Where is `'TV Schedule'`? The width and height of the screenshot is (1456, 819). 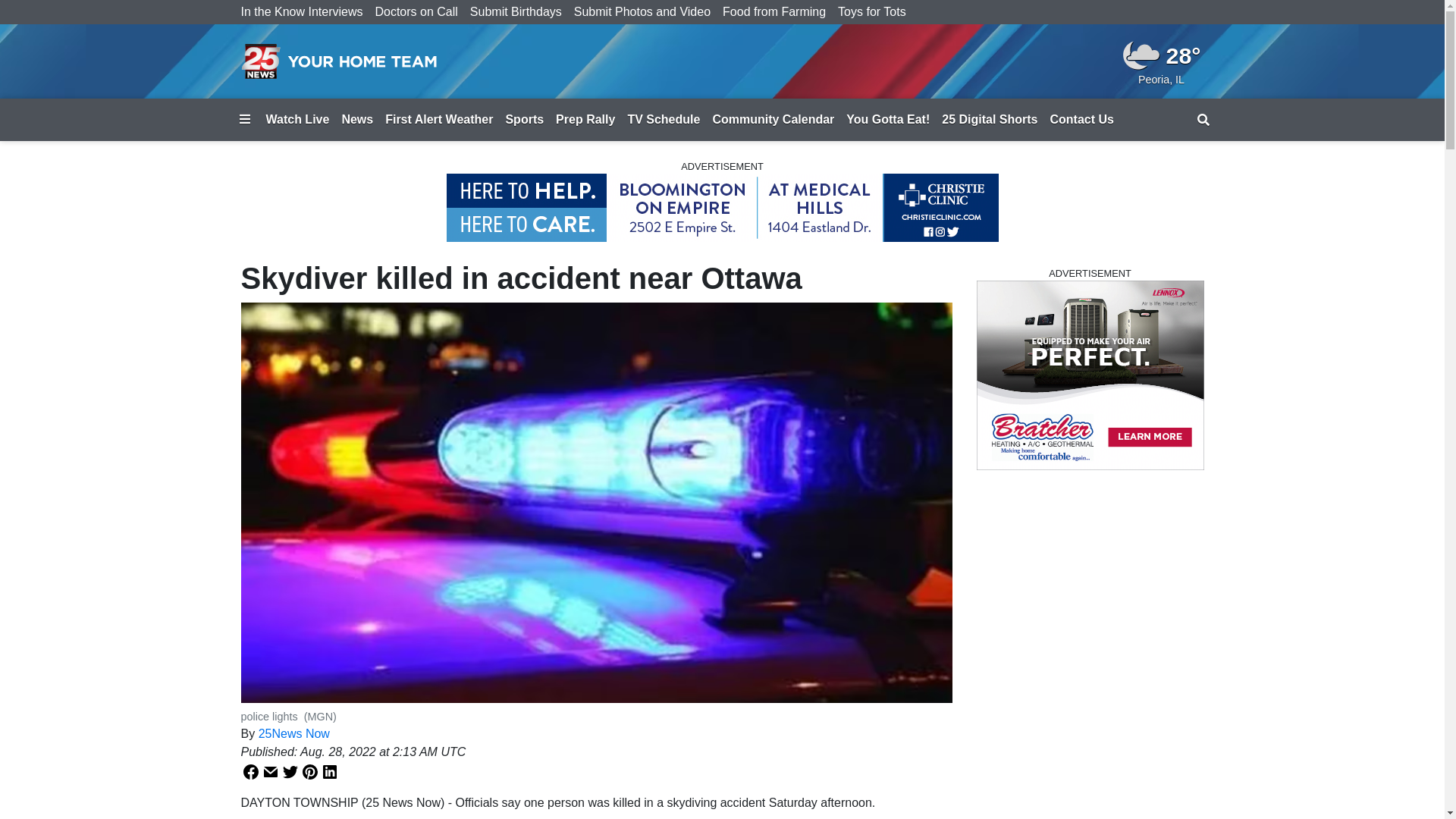
'TV Schedule' is located at coordinates (663, 119).